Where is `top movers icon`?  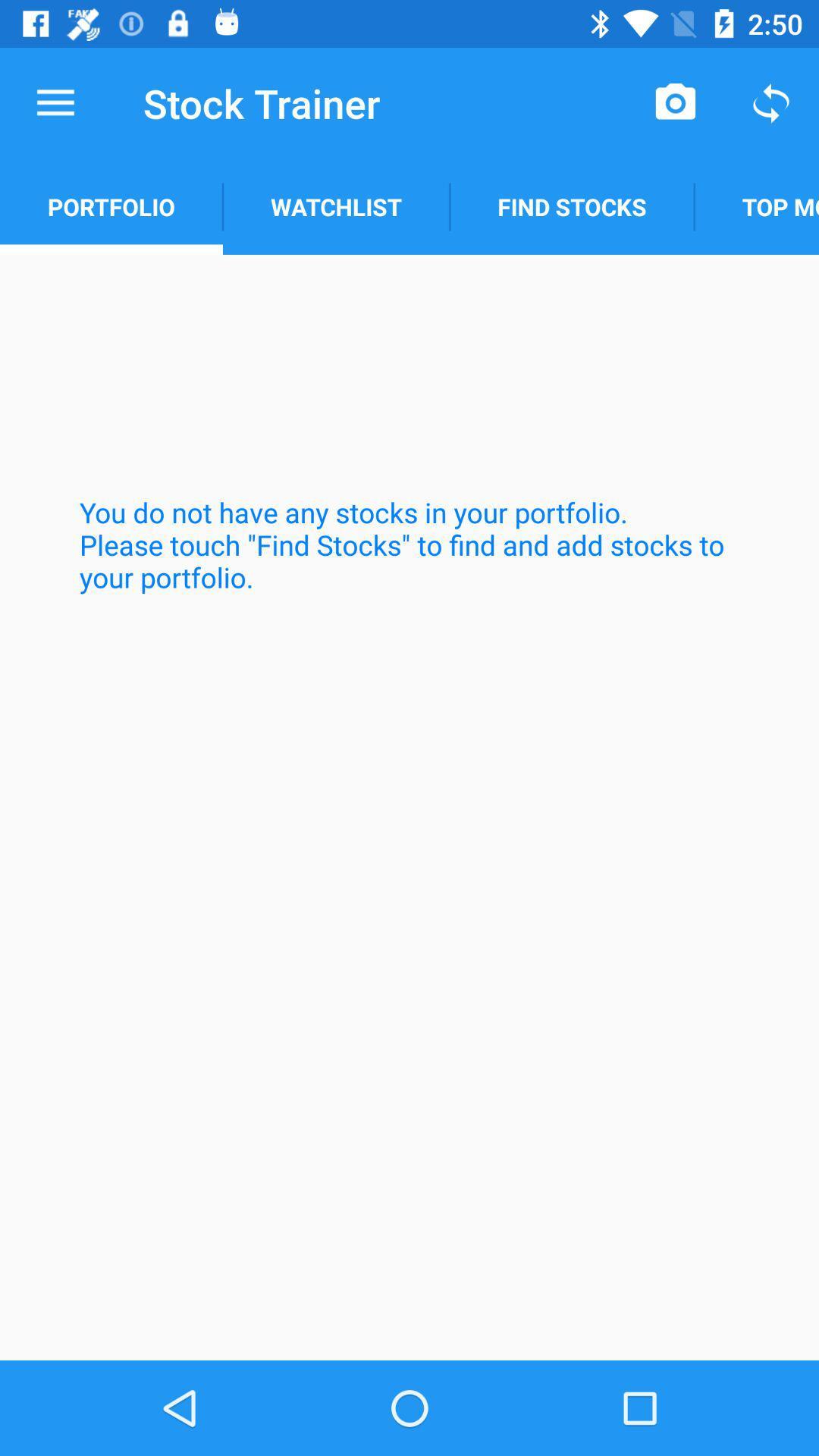
top movers icon is located at coordinates (756, 206).